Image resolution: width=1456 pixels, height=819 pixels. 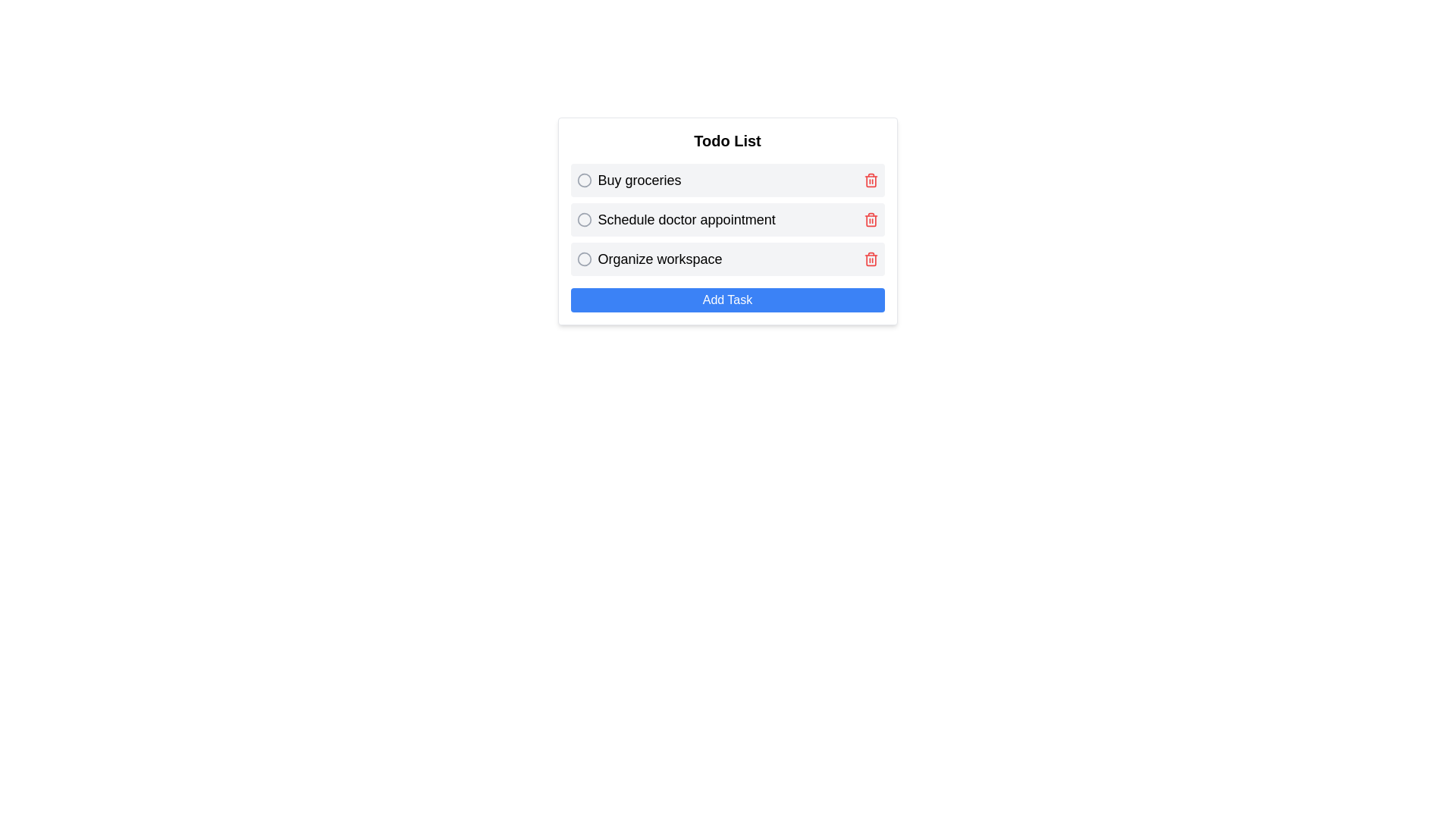 I want to click on the trash icon located at the top-right corner of the row corresponding to the second item, 'Schedule doctor appointment', so click(x=871, y=221).